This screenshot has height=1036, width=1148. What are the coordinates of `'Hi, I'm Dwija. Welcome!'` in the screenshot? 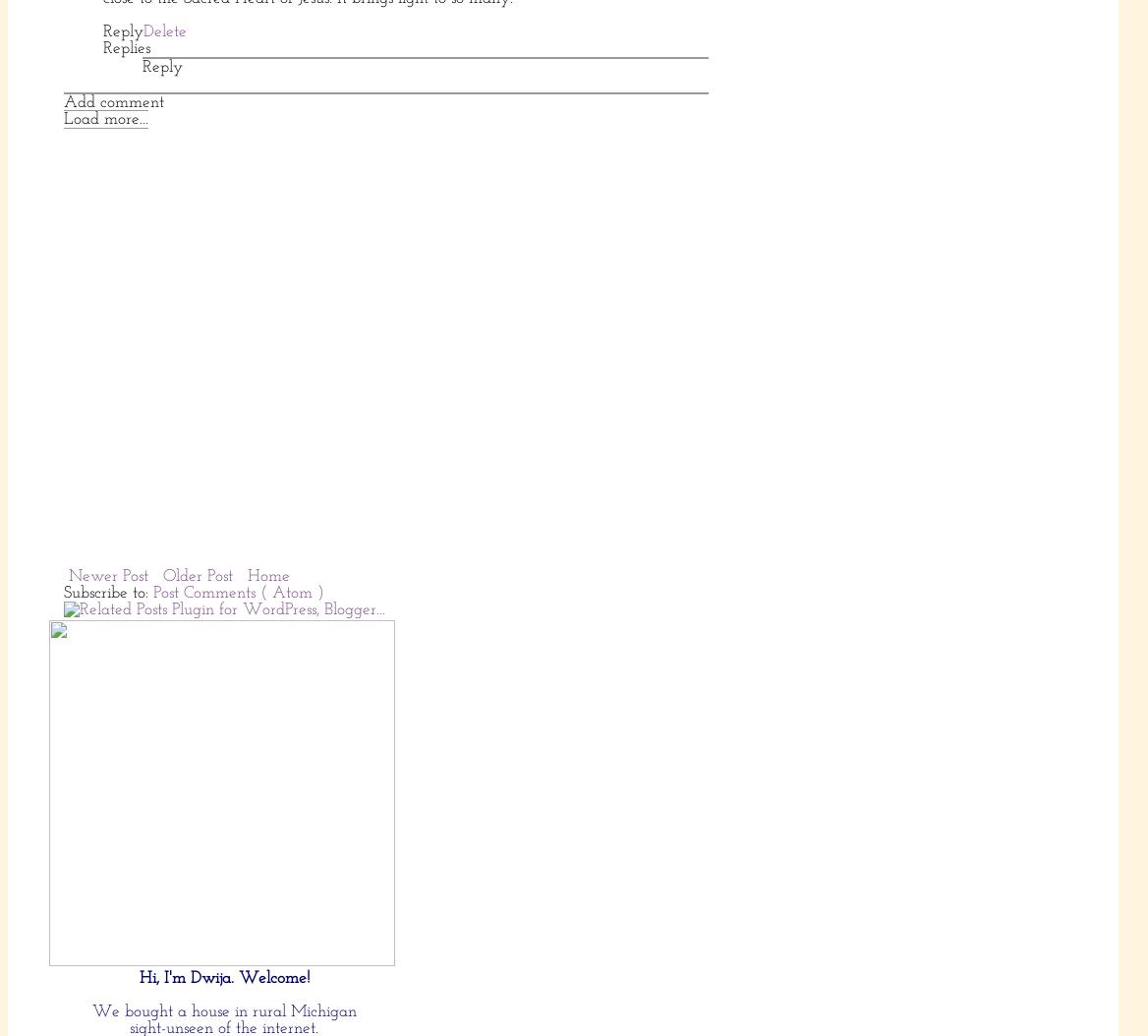 It's located at (222, 977).